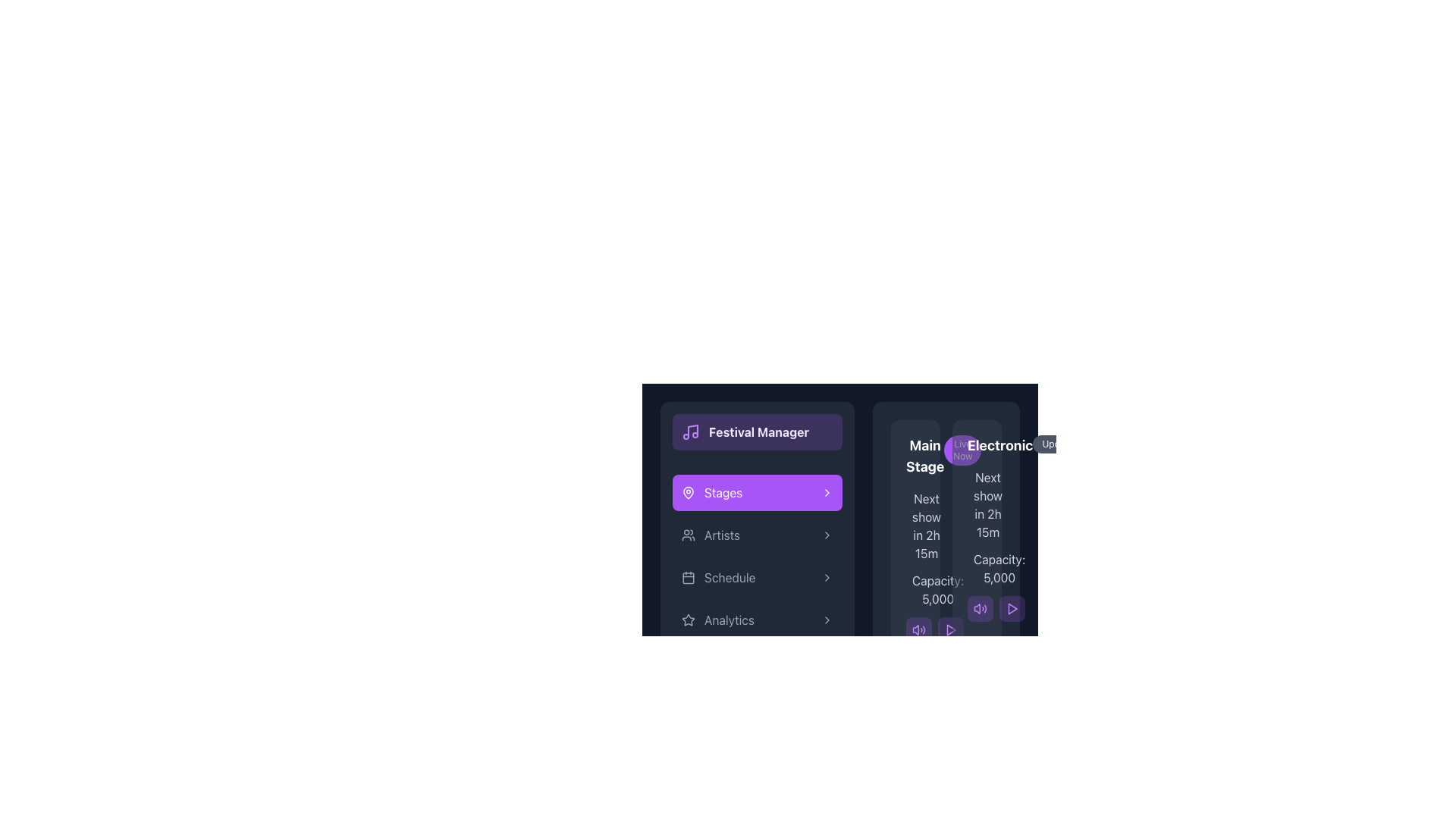 The image size is (1456, 819). Describe the element at coordinates (723, 493) in the screenshot. I see `the 'Stages' text label, which is styled with a bold sans-serif font in white color on a purple rectangle background` at that location.